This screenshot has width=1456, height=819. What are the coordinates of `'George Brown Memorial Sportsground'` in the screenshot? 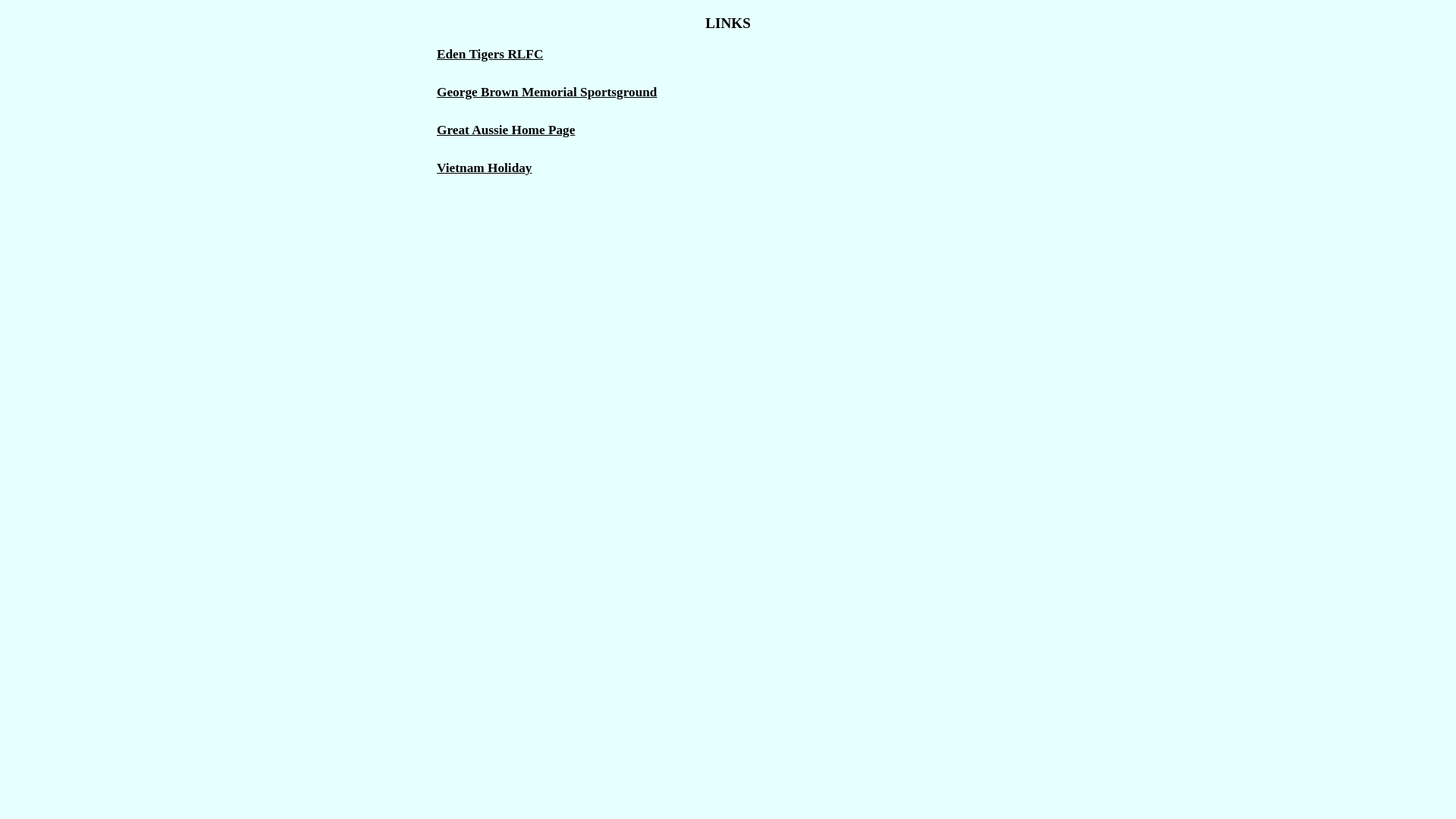 It's located at (546, 92).